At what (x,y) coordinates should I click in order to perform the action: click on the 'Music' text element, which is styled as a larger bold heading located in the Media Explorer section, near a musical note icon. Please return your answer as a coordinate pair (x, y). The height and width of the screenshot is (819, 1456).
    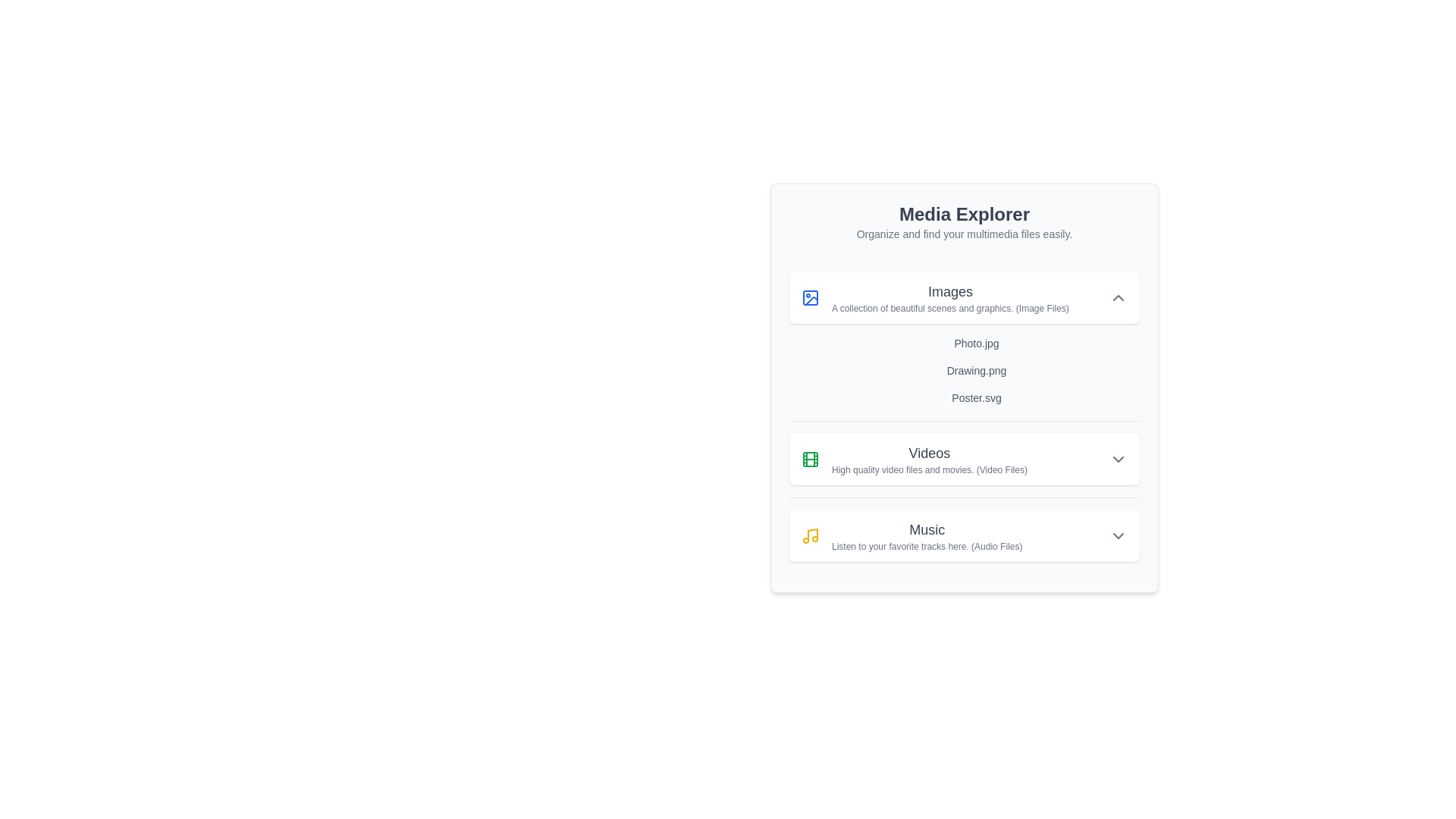
    Looking at the image, I should click on (926, 529).